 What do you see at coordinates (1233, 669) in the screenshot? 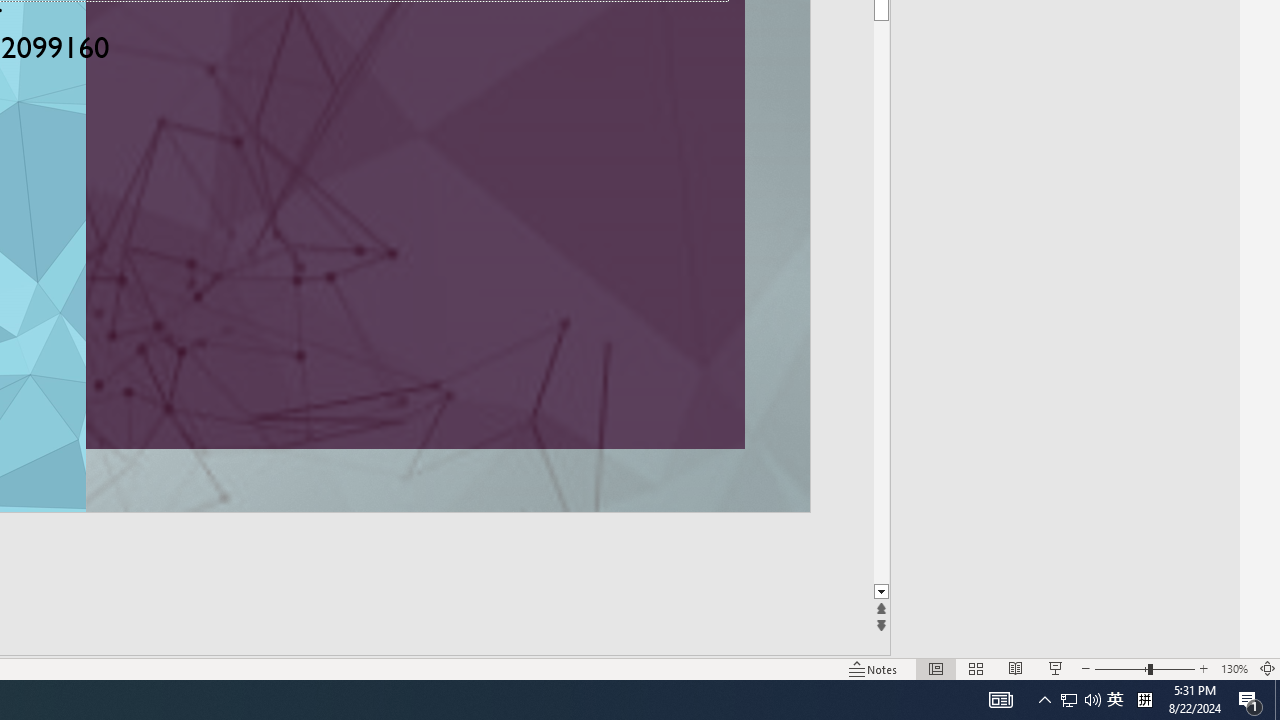
I see `'Zoom 130%'` at bounding box center [1233, 669].